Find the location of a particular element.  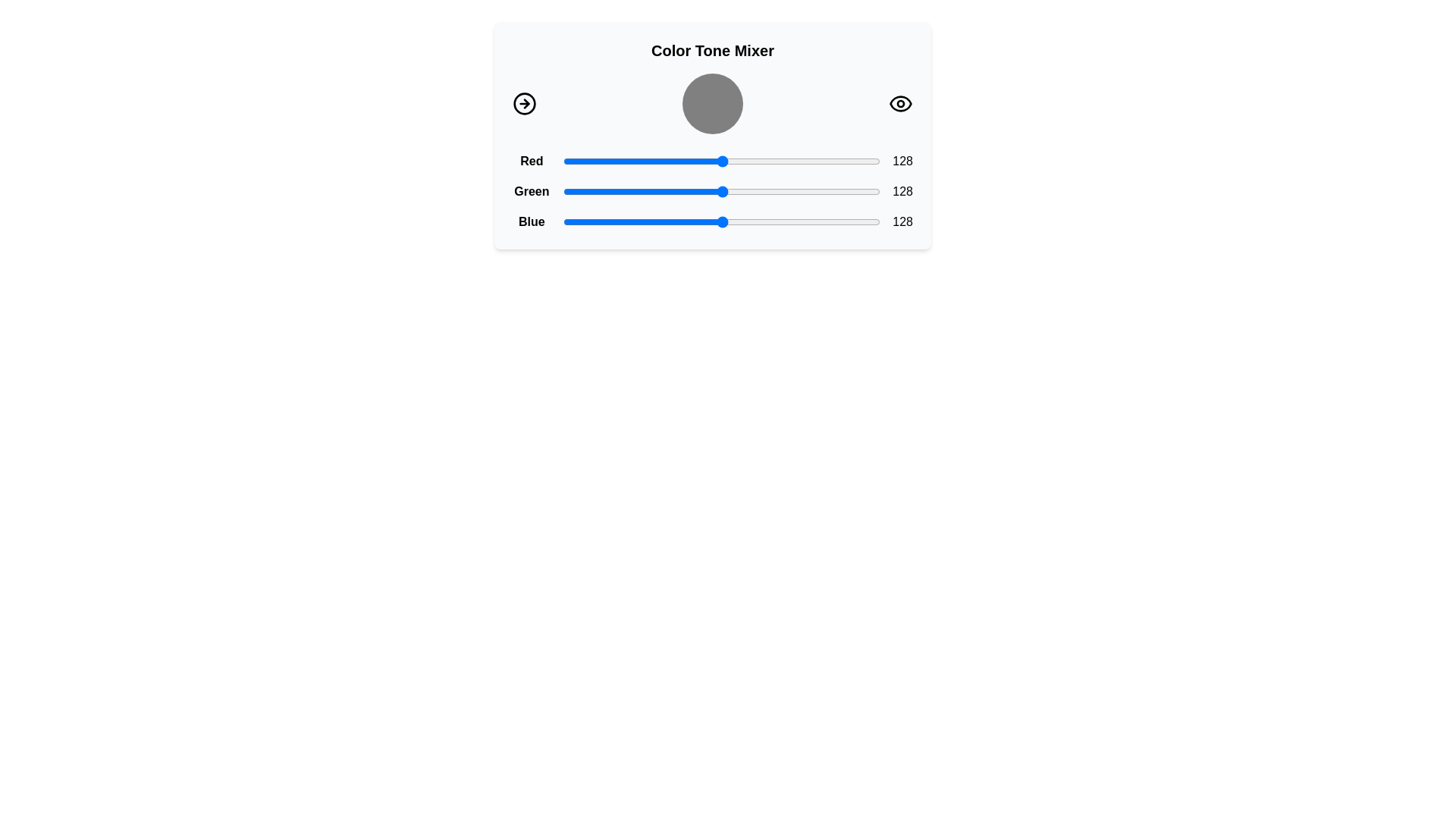

the green color intensity is located at coordinates (864, 191).